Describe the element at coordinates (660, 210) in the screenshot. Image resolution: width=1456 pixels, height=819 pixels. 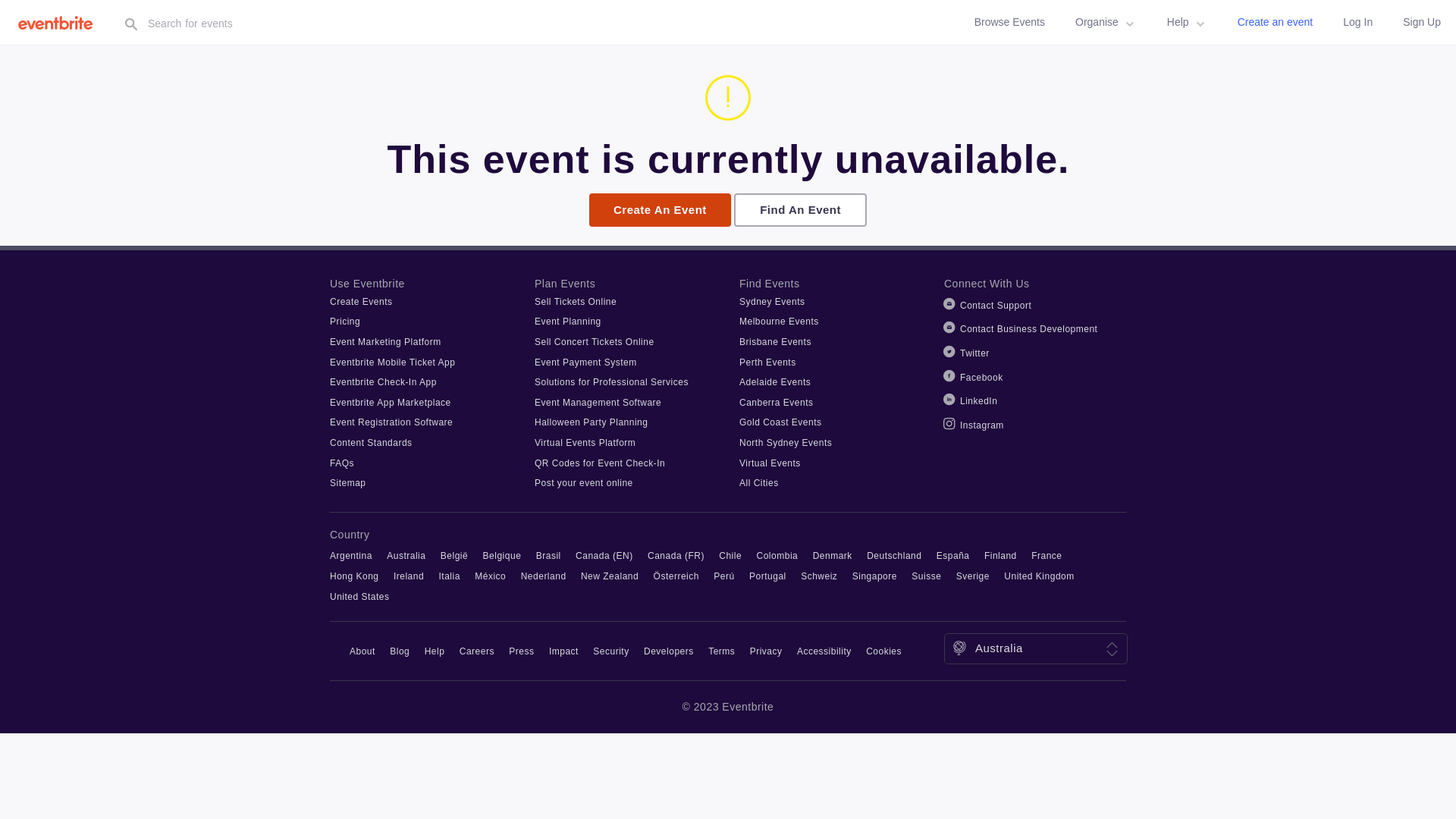
I see `'Create An Event'` at that location.